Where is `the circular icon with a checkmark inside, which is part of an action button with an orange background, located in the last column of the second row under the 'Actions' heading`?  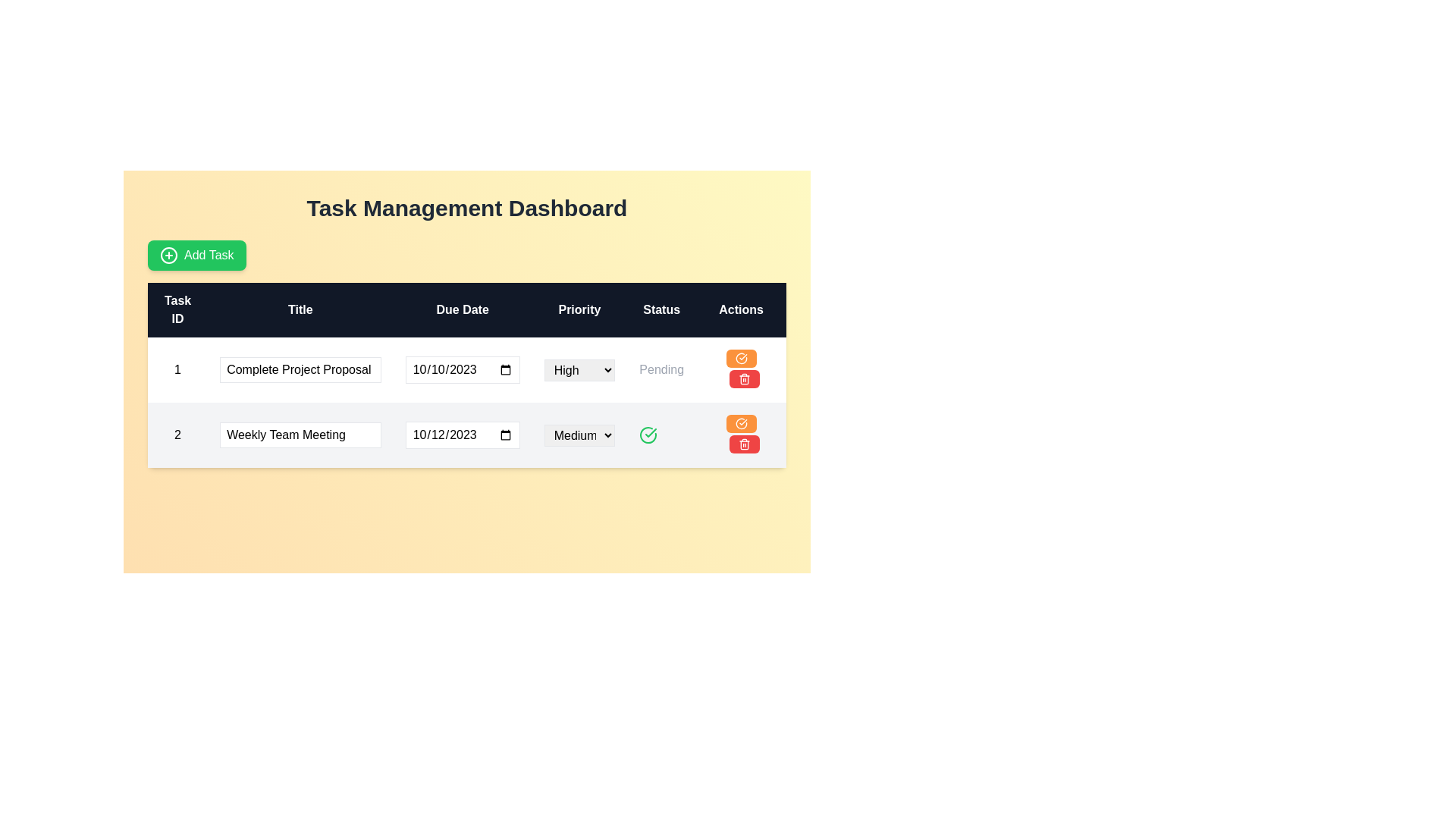 the circular icon with a checkmark inside, which is part of an action button with an orange background, located in the last column of the second row under the 'Actions' heading is located at coordinates (741, 359).